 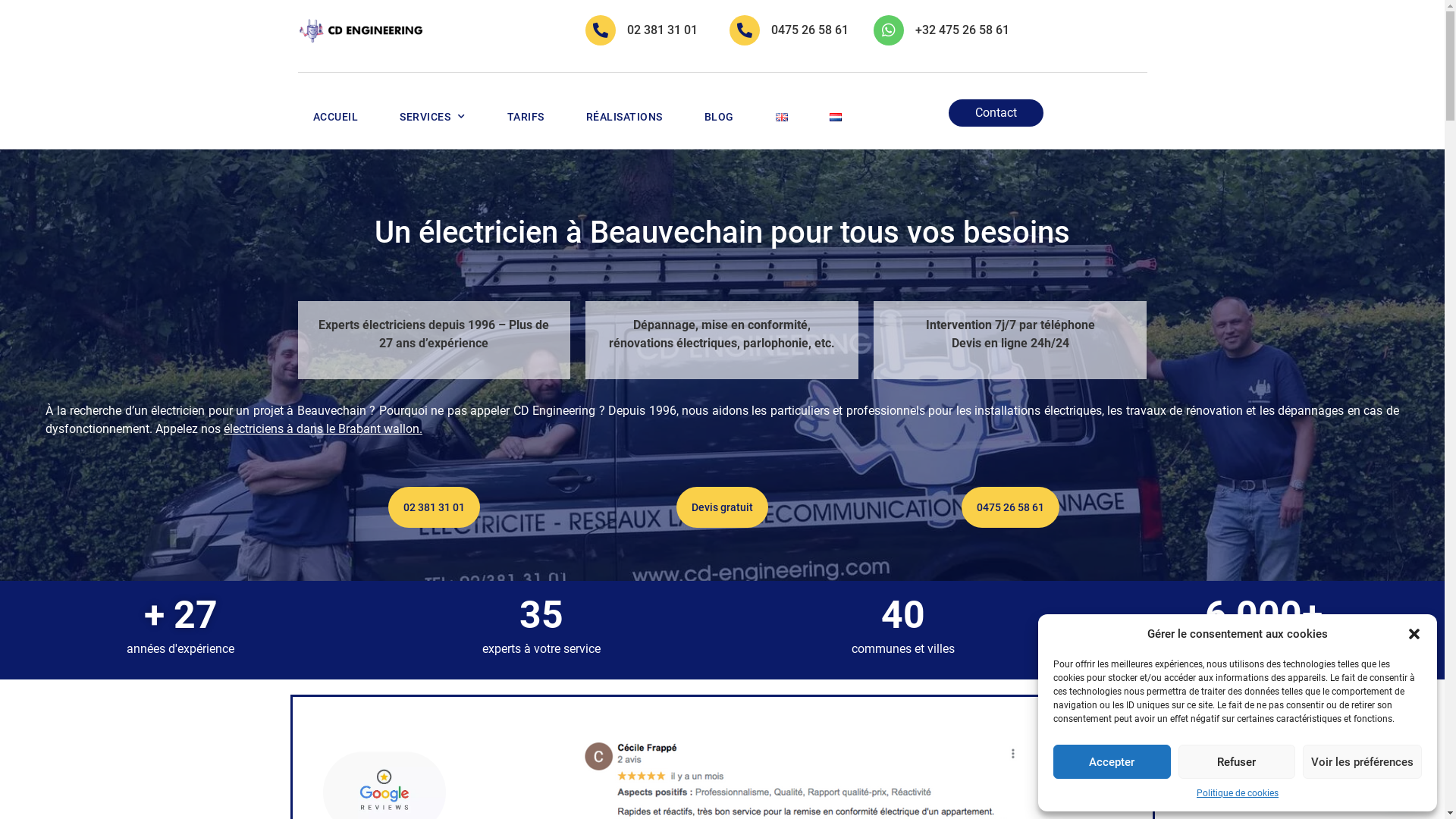 What do you see at coordinates (808, 30) in the screenshot?
I see `'0475 26 58 61'` at bounding box center [808, 30].